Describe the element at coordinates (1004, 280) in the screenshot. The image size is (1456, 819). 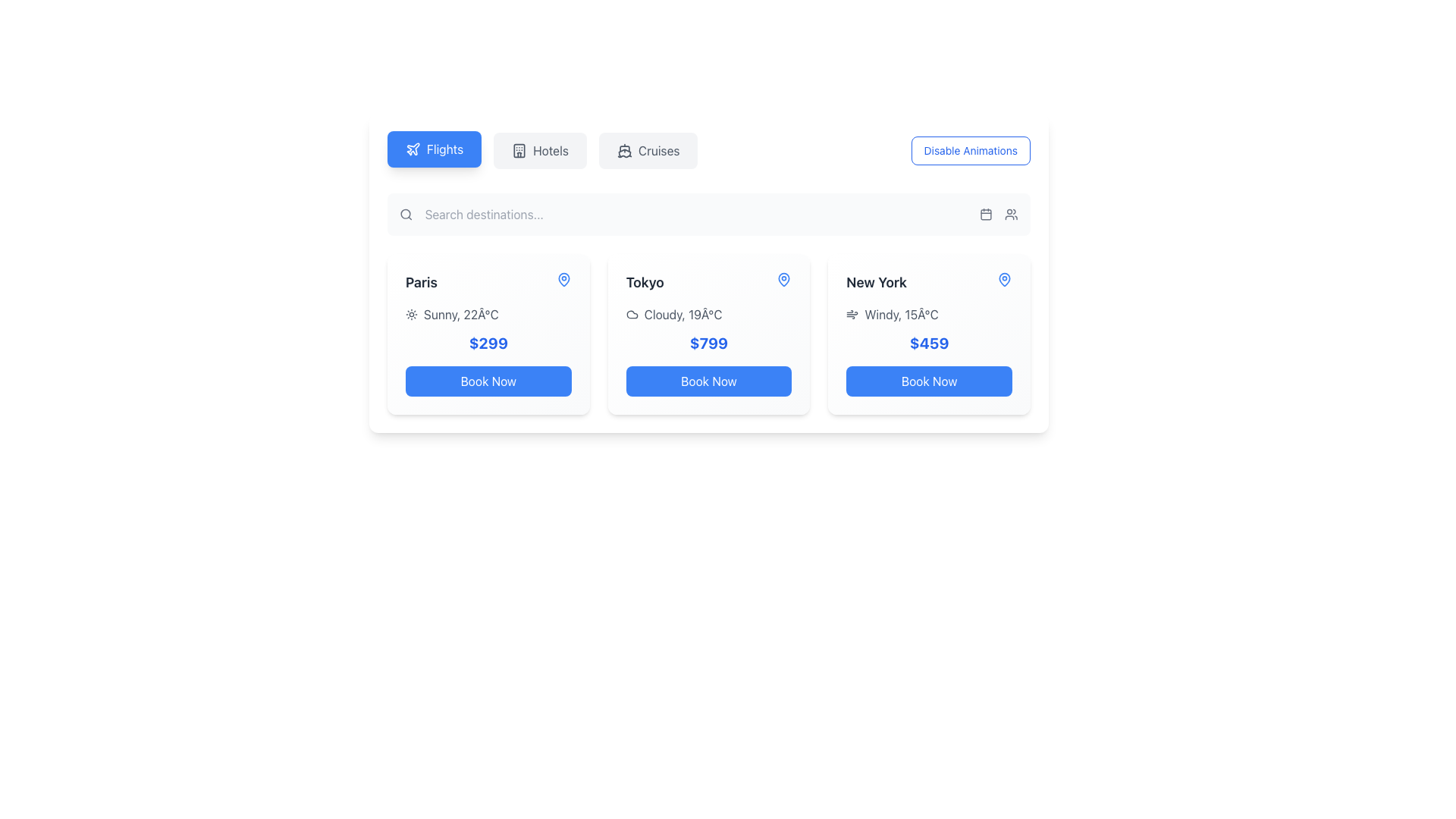
I see `the blue map pin icon located in the upper-right corner of the New York information card, positioned to the right of the headline 'New York' and slightly above the weather details` at that location.